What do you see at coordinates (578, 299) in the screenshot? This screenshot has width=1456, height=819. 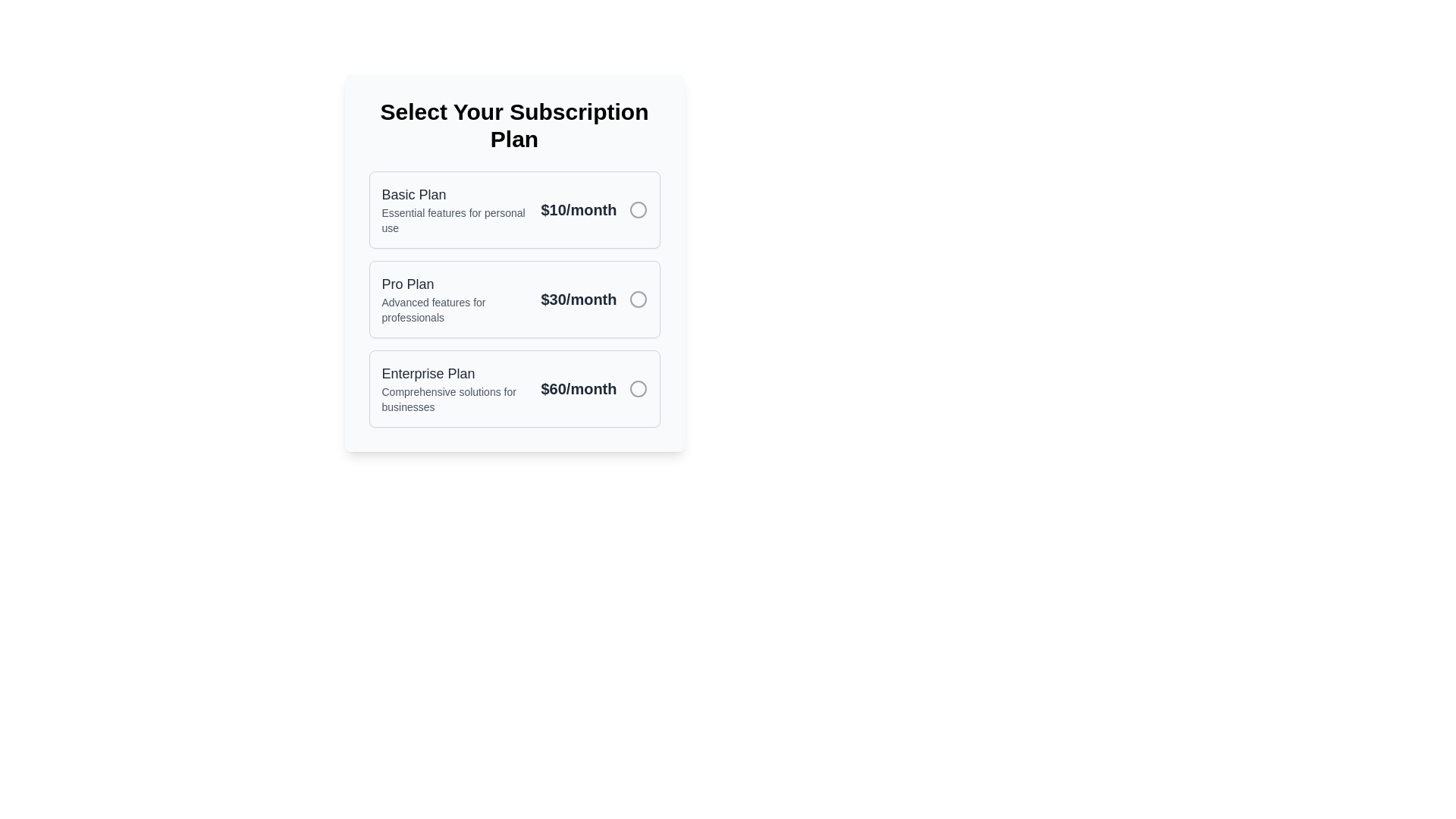 I see `the text label displaying '$30/month', which is prominently styled in gray and located on the Pro Plan's information card, next to the radio button` at bounding box center [578, 299].